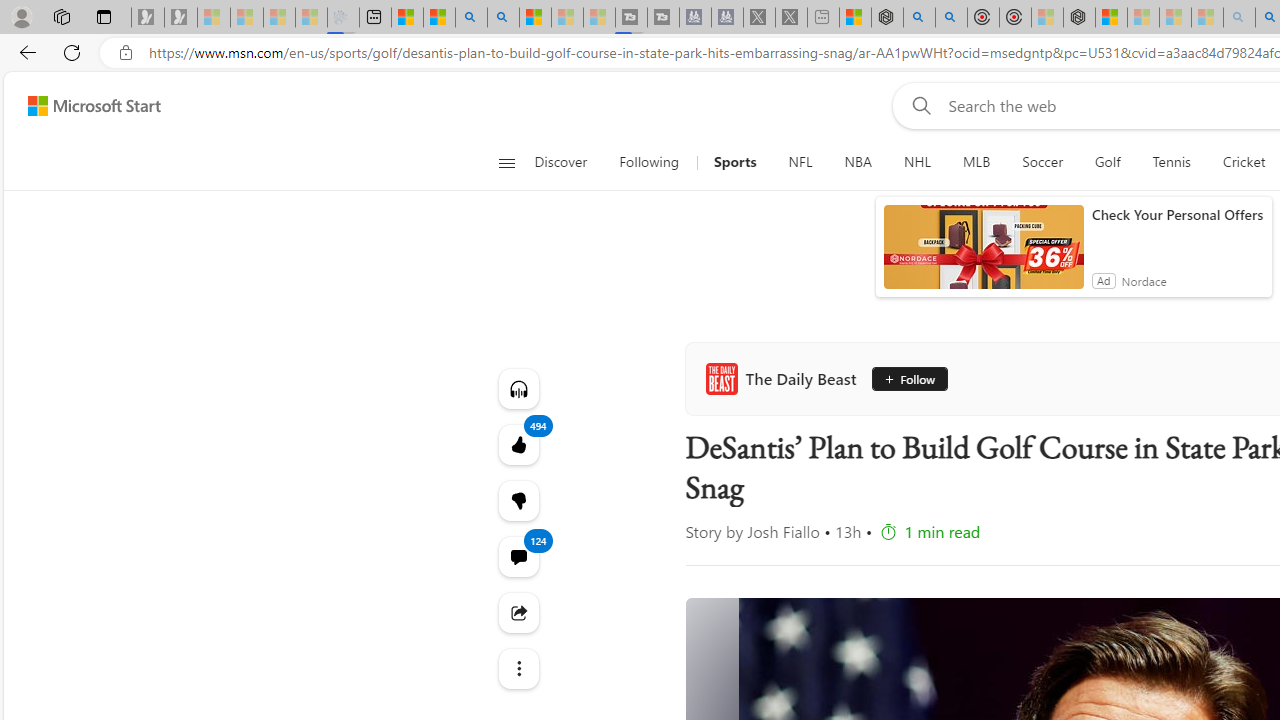 The height and width of the screenshot is (720, 1280). I want to click on 'NHL', so click(916, 162).